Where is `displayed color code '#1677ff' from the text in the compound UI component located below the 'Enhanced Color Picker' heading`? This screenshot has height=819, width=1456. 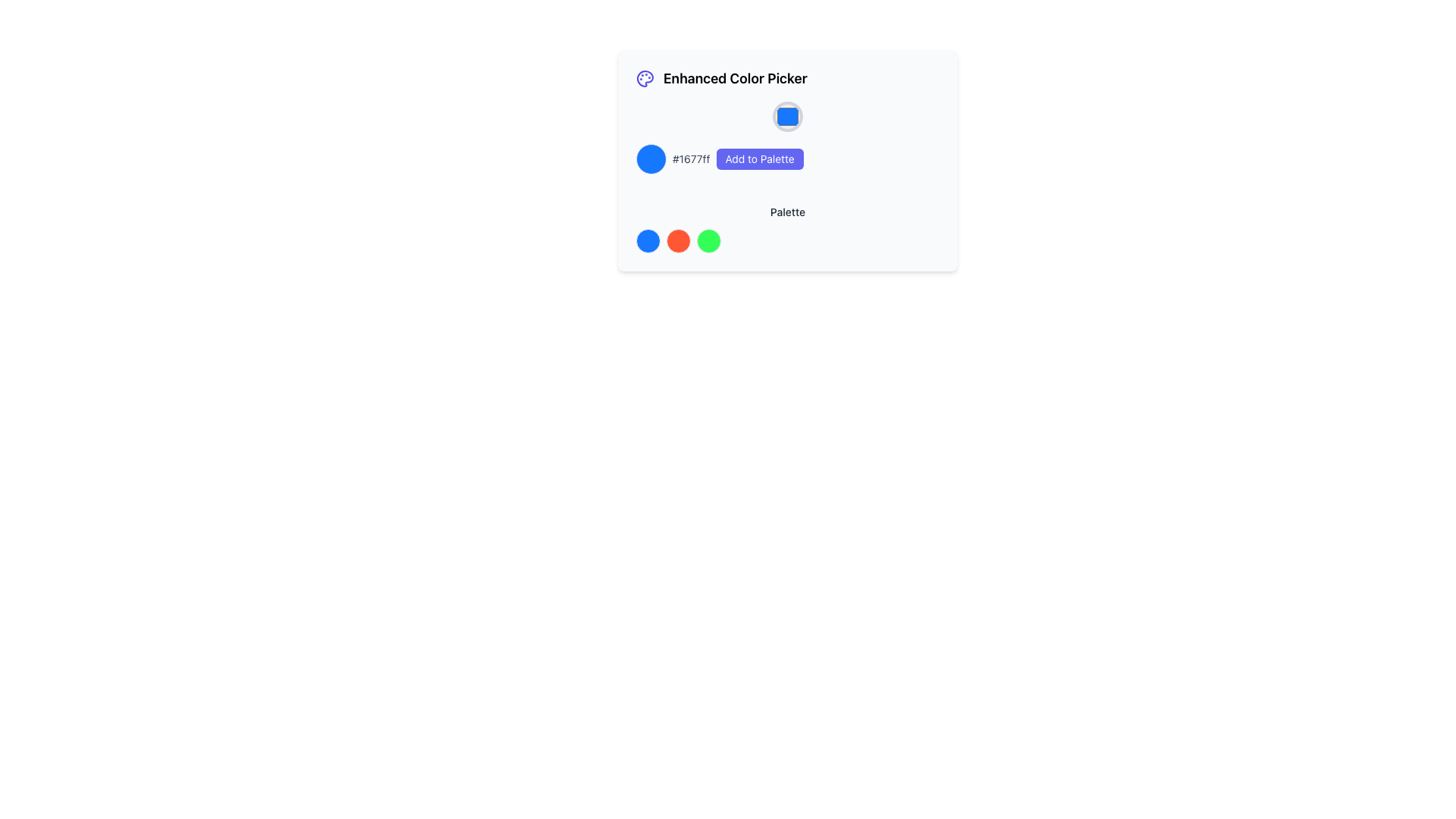 displayed color code '#1677ff' from the text in the compound UI component located below the 'Enhanced Color Picker' heading is located at coordinates (787, 158).